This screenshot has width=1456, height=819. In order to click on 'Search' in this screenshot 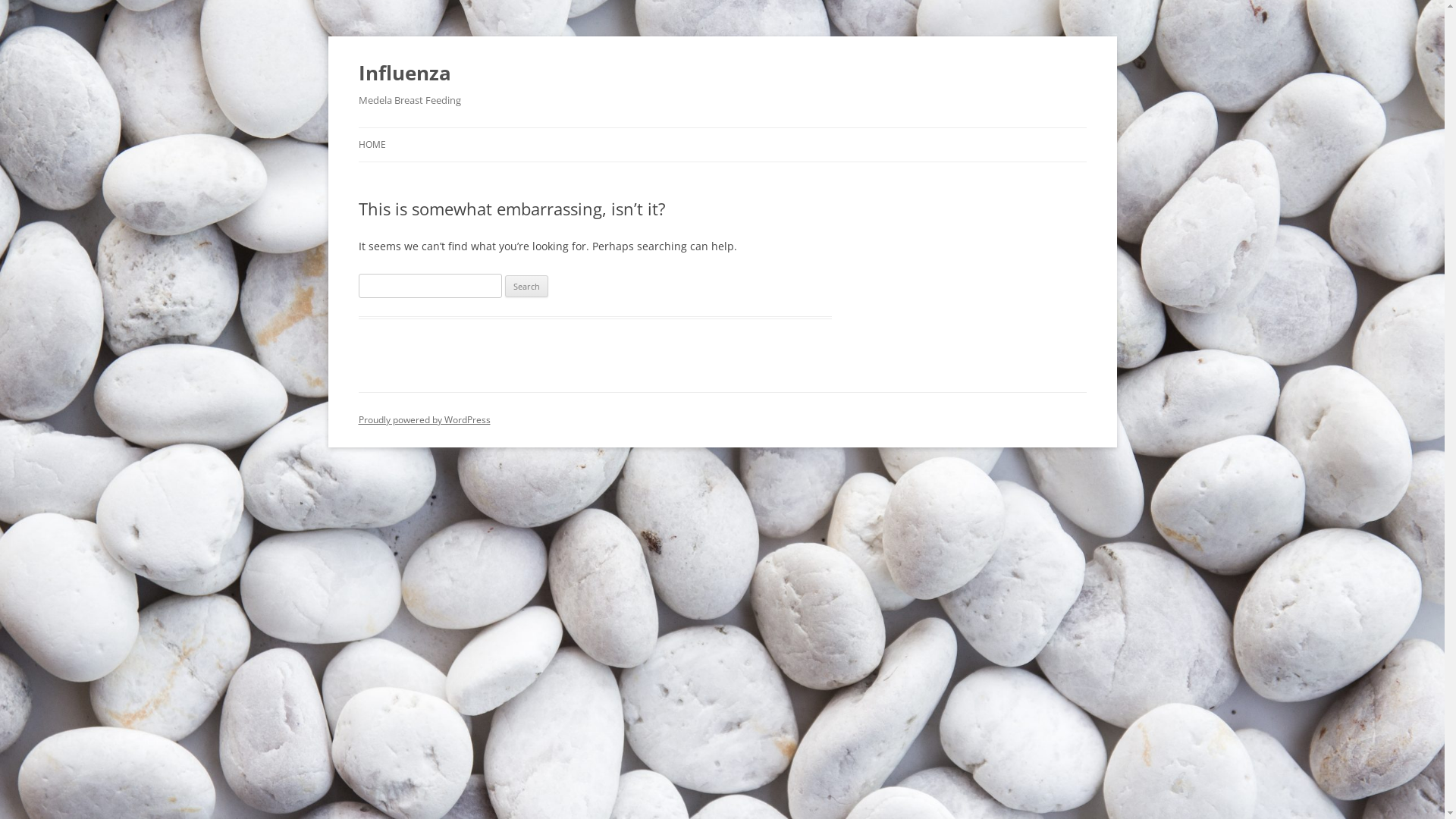, I will do `click(526, 287)`.